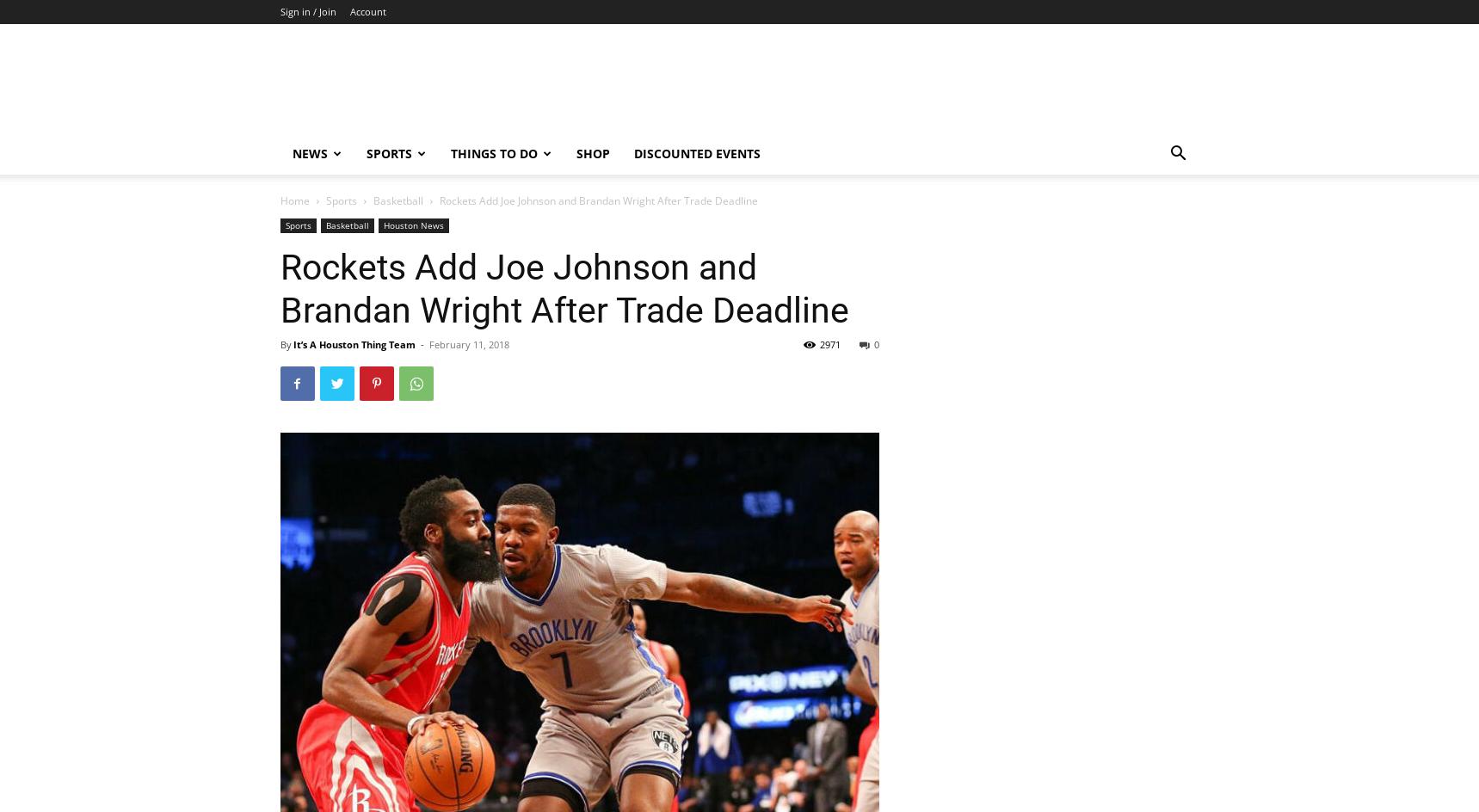 This screenshot has height=812, width=1479. Describe the element at coordinates (411, 225) in the screenshot. I see `'Houston News'` at that location.